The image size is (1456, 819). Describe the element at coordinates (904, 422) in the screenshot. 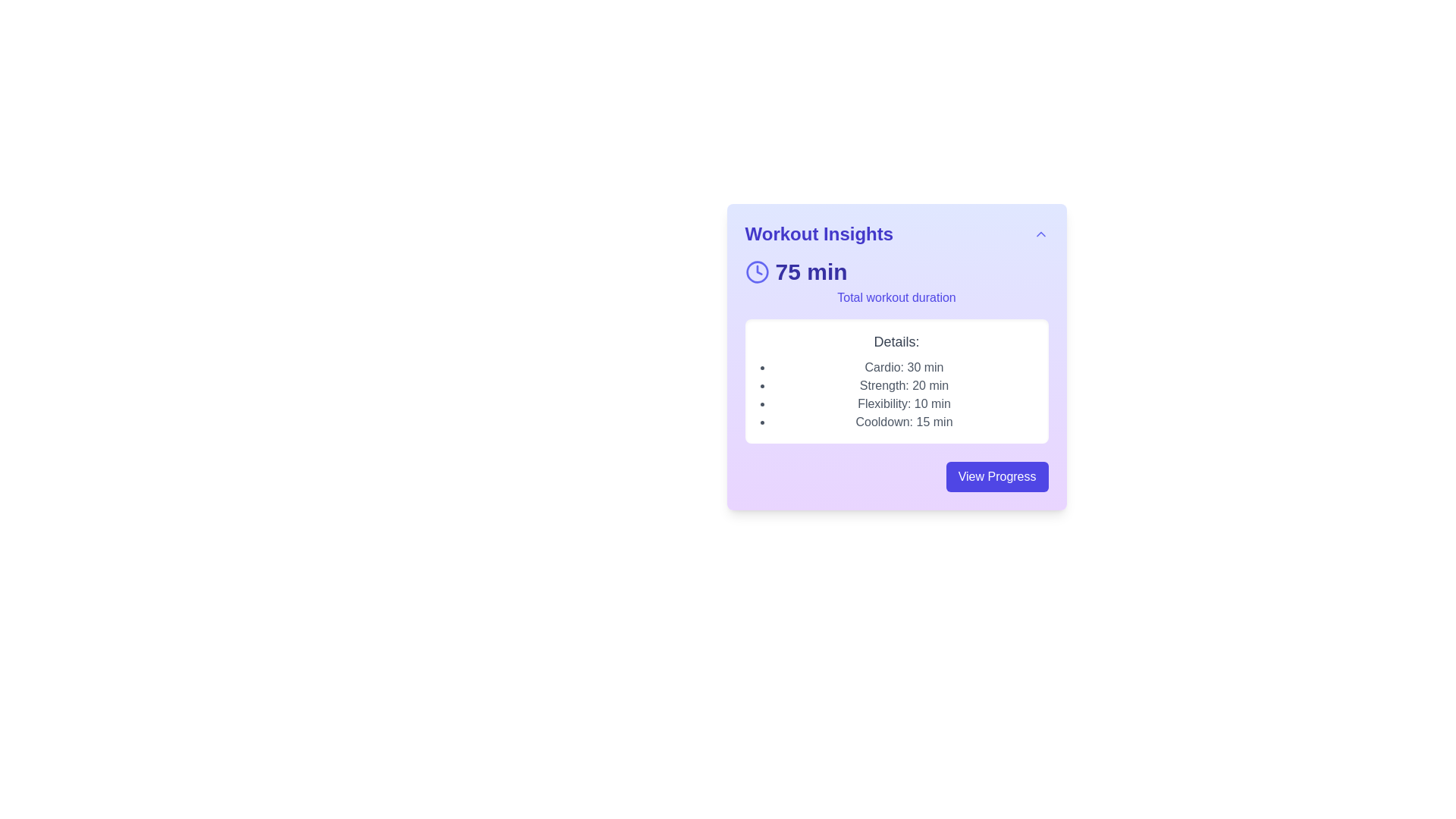

I see `text label that indicates the workout segment's type and duration, located at the bottom of the 'Details:' section in the 'Workout Insights' card` at that location.